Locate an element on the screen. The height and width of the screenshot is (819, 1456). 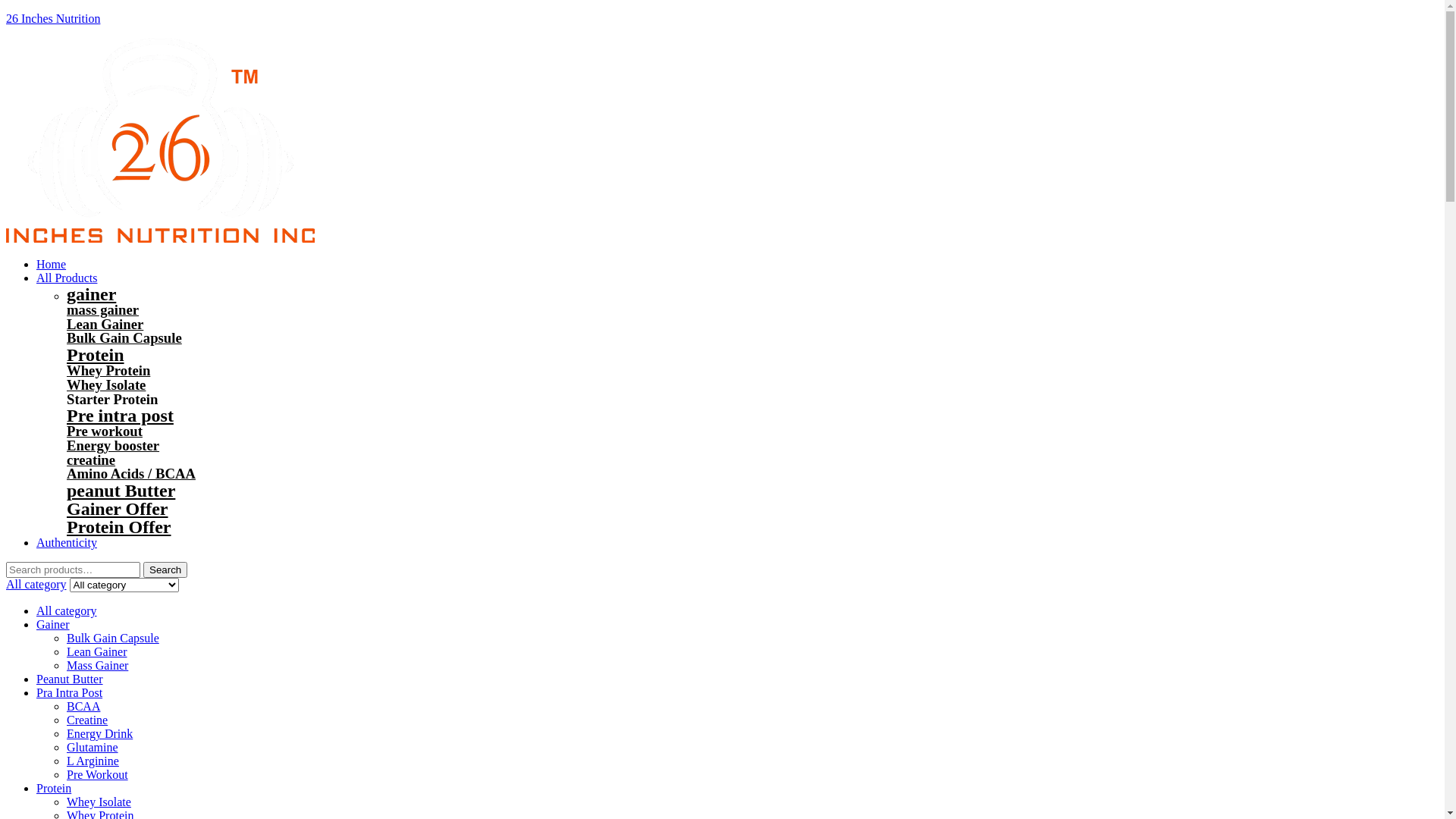
'L Arginine' is located at coordinates (92, 761).